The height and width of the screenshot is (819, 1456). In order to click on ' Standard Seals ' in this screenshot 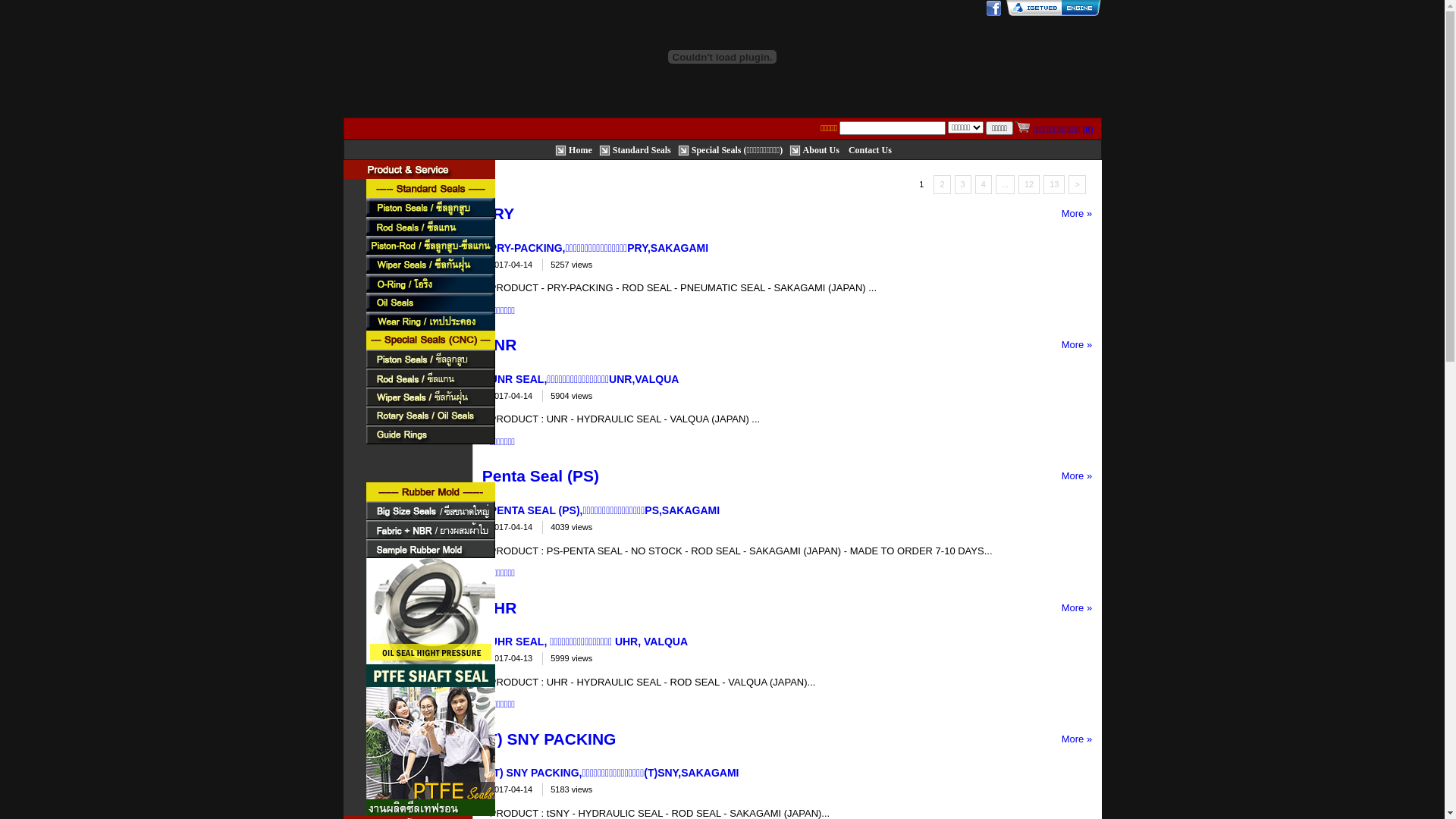, I will do `click(598, 149)`.